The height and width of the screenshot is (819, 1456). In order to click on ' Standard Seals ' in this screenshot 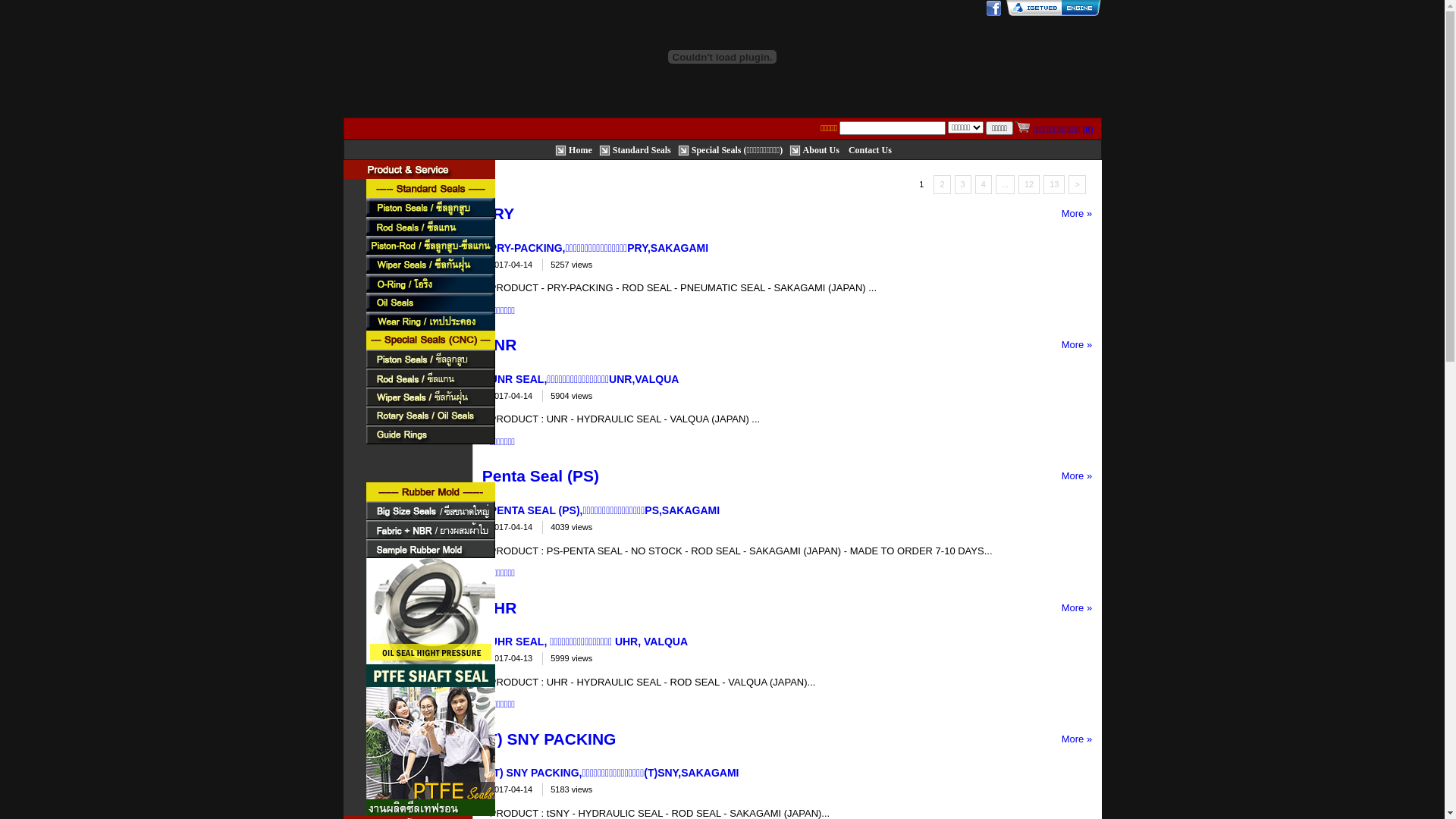, I will do `click(598, 149)`.